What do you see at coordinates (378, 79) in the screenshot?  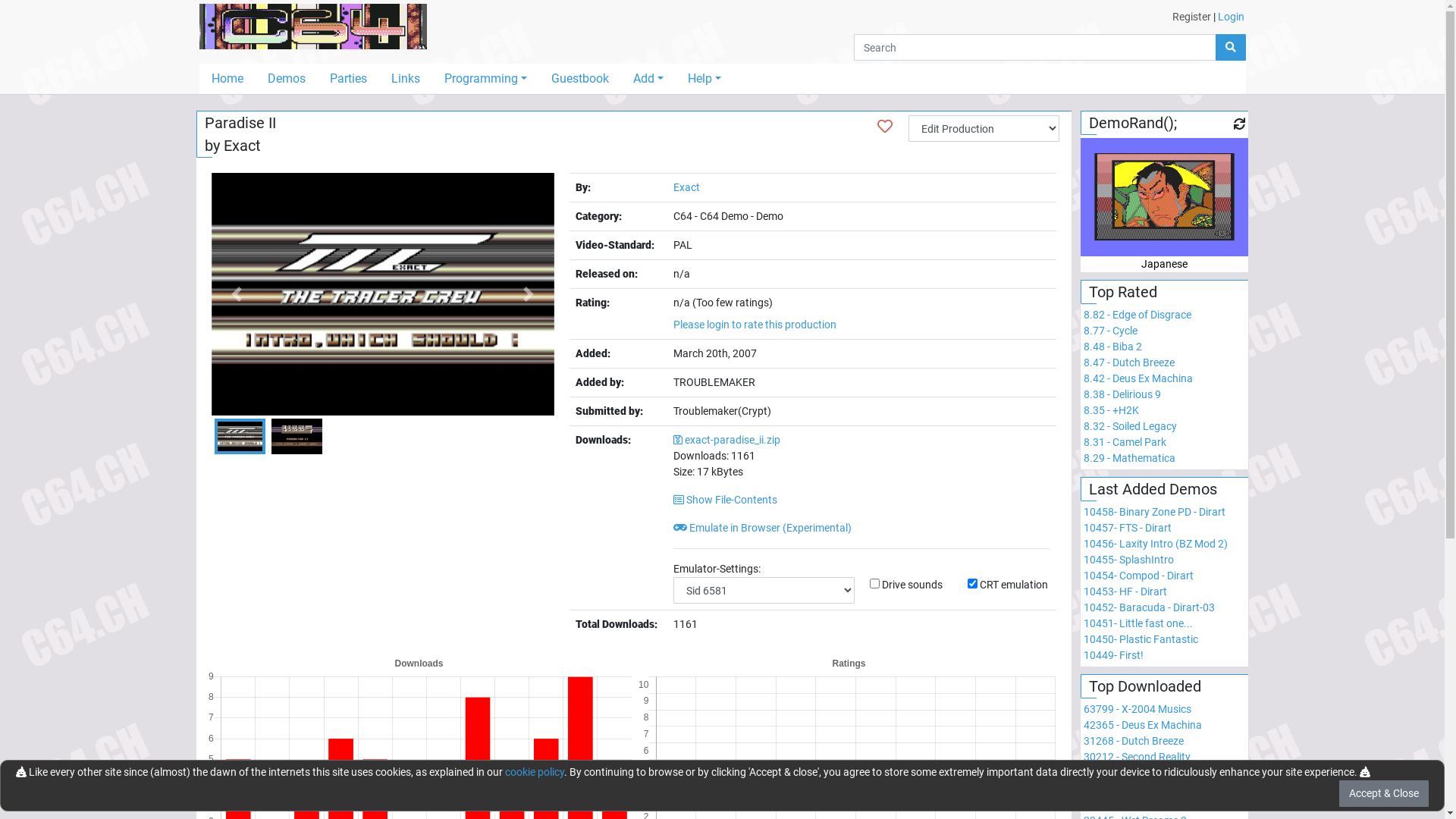 I see `'Links'` at bounding box center [378, 79].